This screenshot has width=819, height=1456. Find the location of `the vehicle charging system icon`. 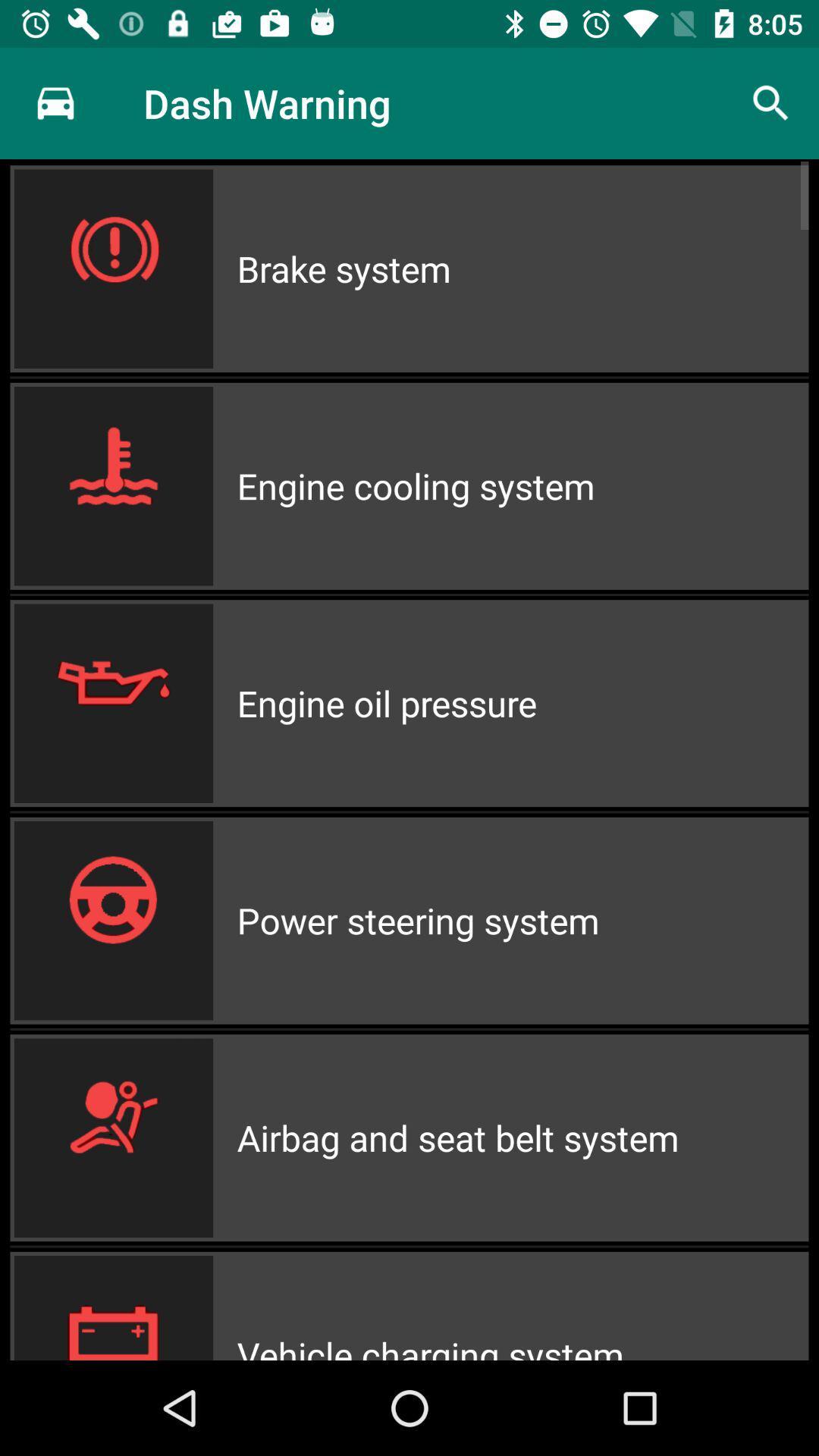

the vehicle charging system icon is located at coordinates (522, 1305).